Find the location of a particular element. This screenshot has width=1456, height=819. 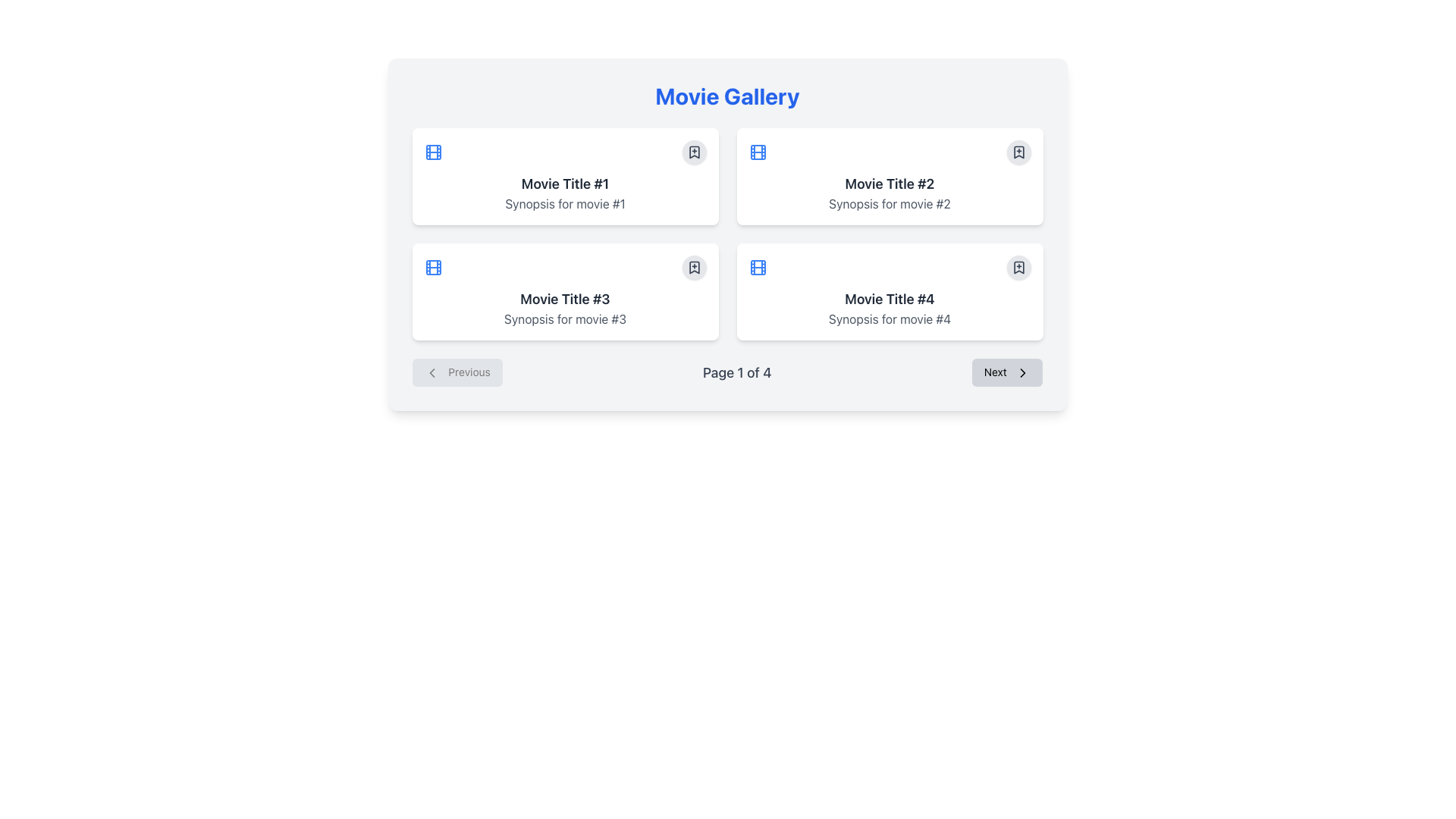

the movie icon located at the top-left corner of the third content card in the bottom-left position of the grid is located at coordinates (432, 267).